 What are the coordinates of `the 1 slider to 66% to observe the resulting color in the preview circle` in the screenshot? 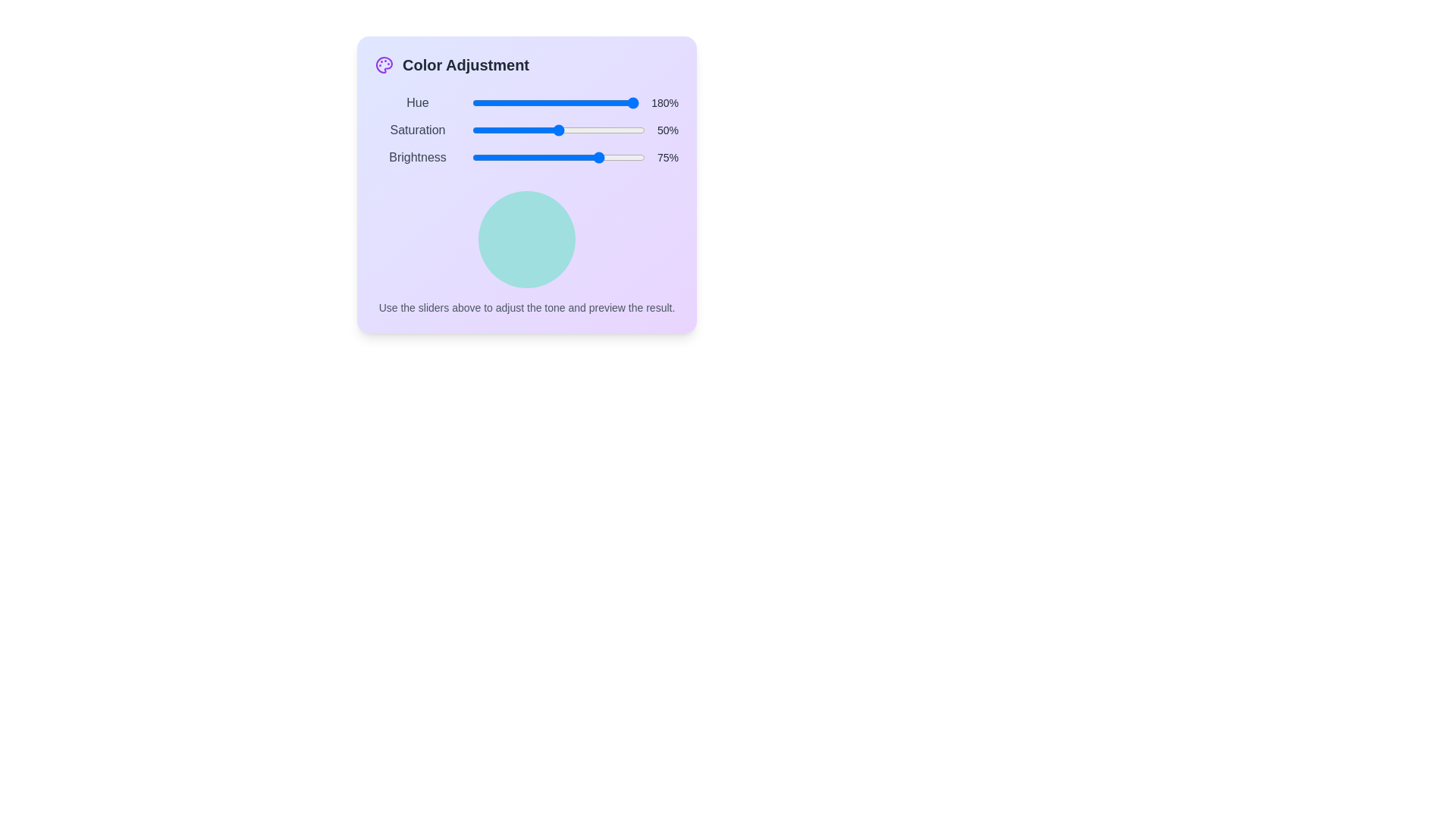 It's located at (582, 130).